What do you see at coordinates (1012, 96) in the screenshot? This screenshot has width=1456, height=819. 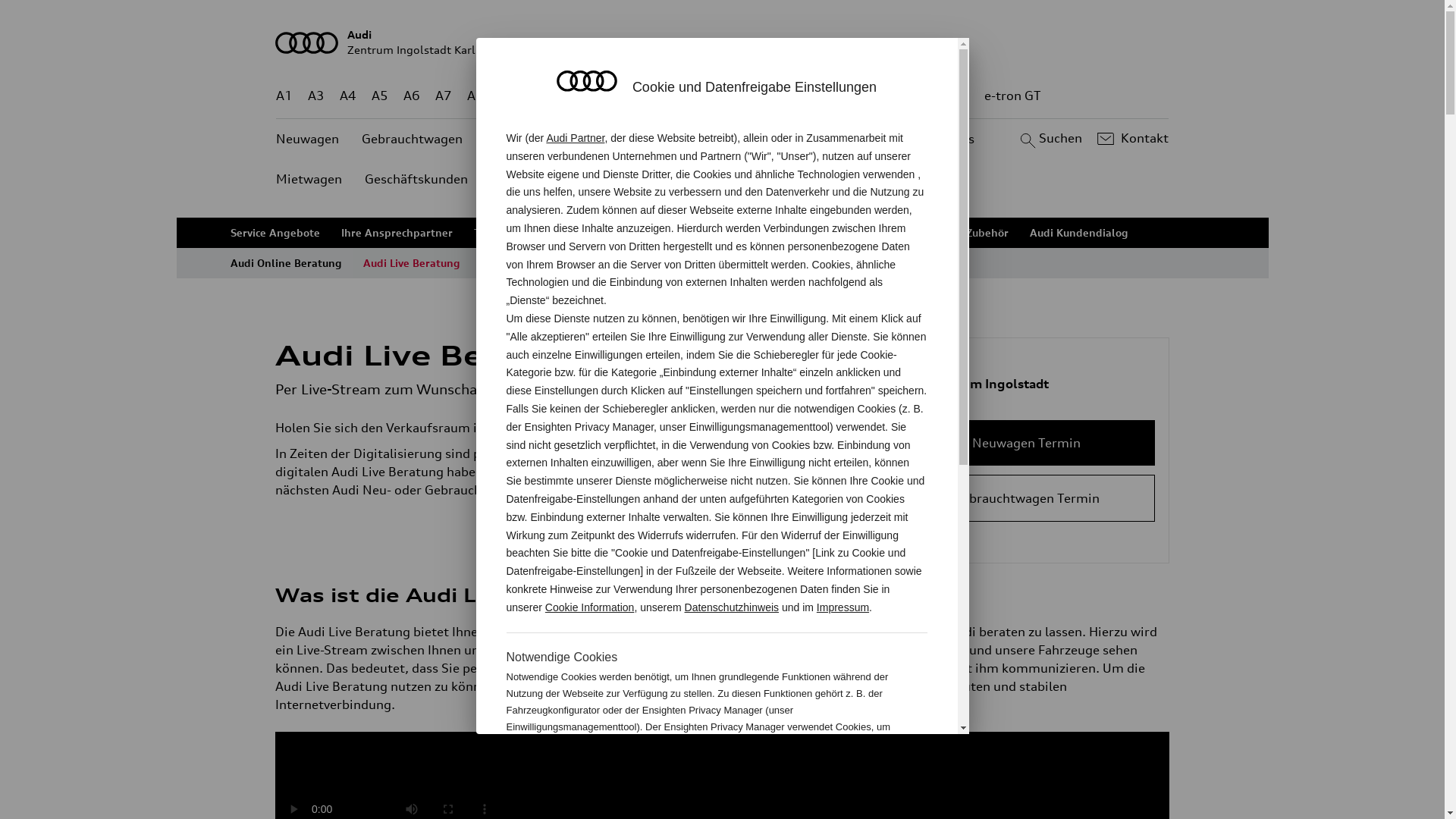 I see `'e-tron GT'` at bounding box center [1012, 96].